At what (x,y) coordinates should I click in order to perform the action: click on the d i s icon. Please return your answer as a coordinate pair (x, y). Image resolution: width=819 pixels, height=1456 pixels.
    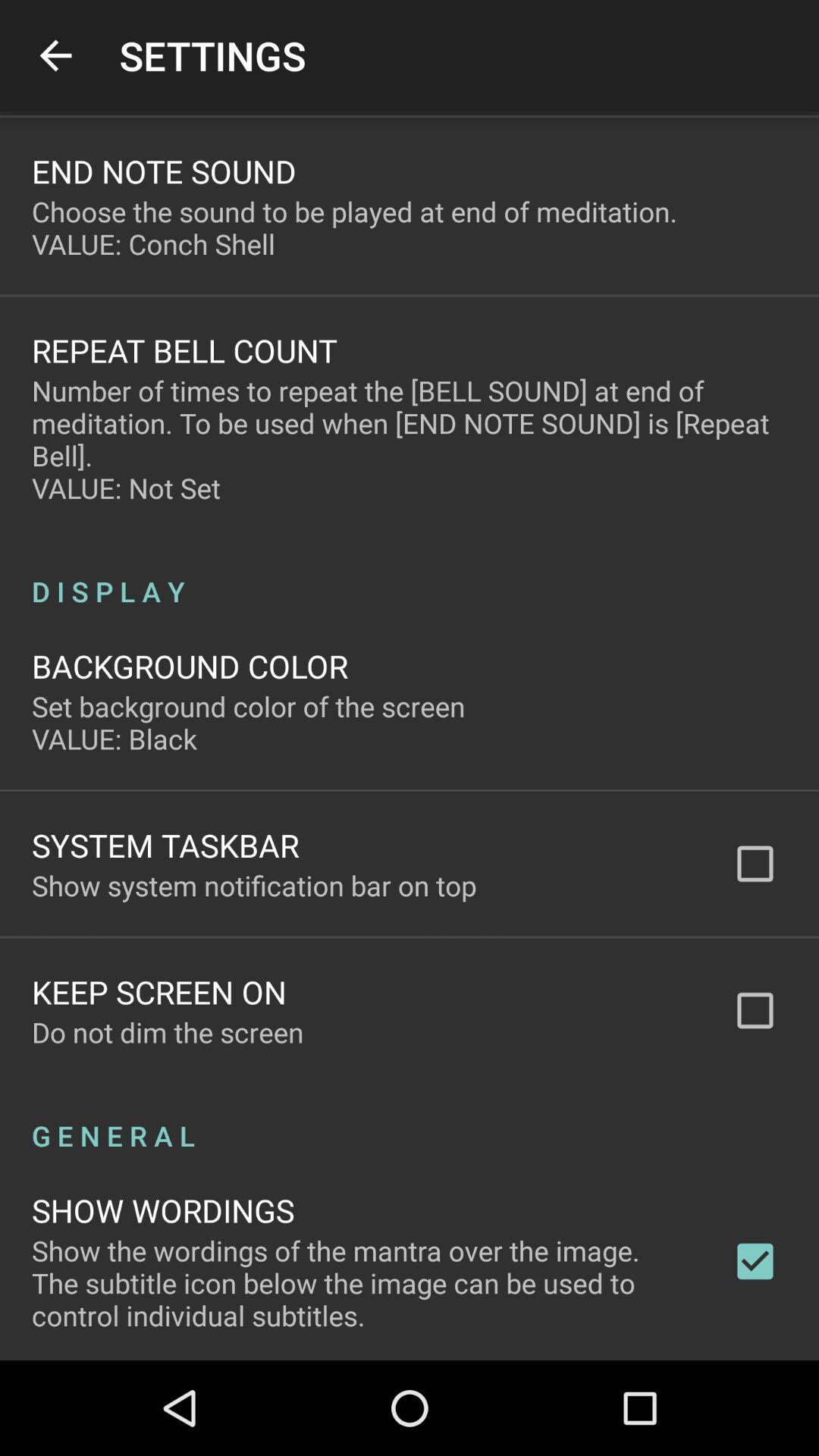
    Looking at the image, I should click on (409, 574).